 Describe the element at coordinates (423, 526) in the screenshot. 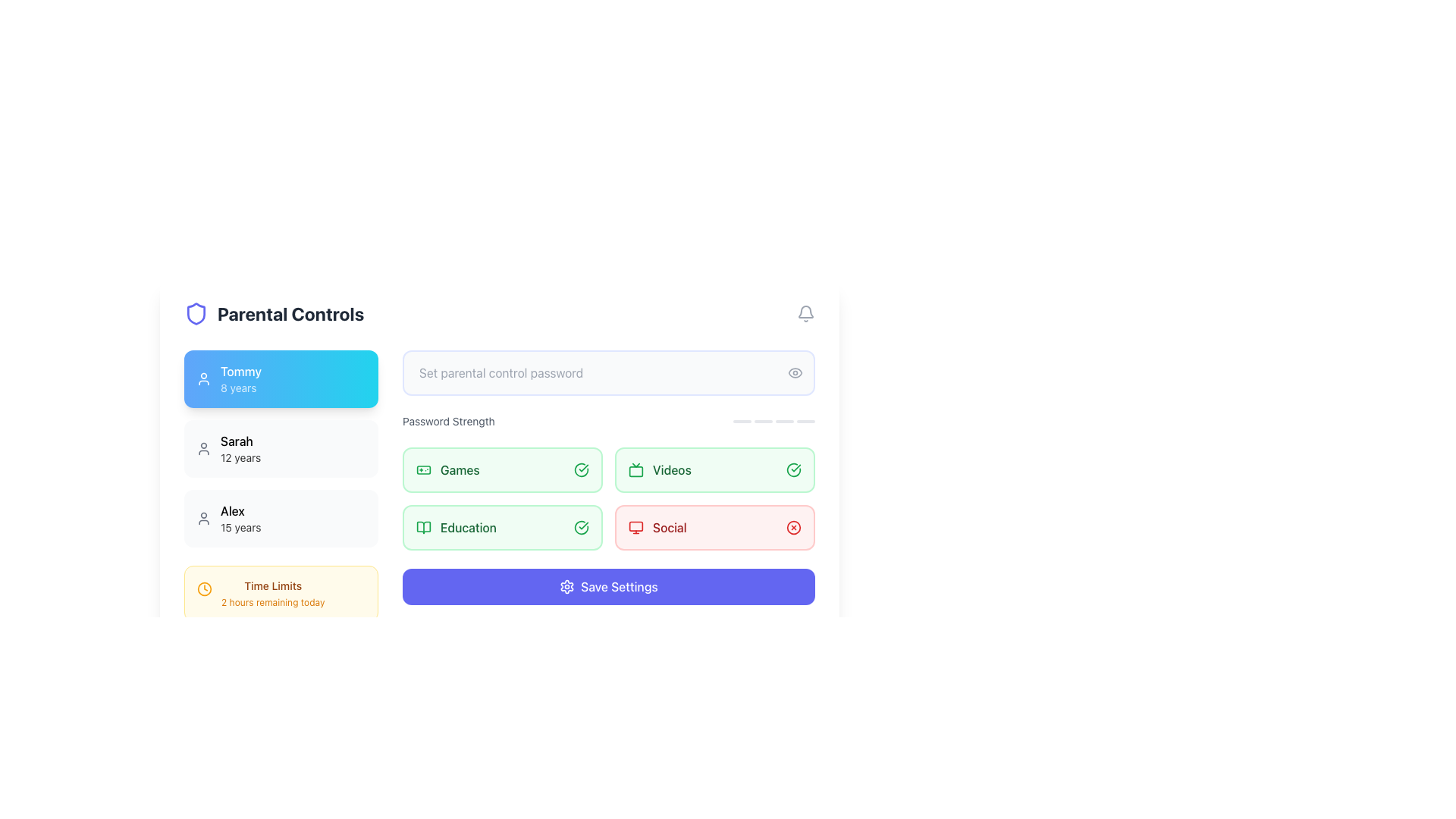

I see `the 'Education' icon located in the first column of the second row within the 'Password Strength' card, which represents educational content settings` at that location.